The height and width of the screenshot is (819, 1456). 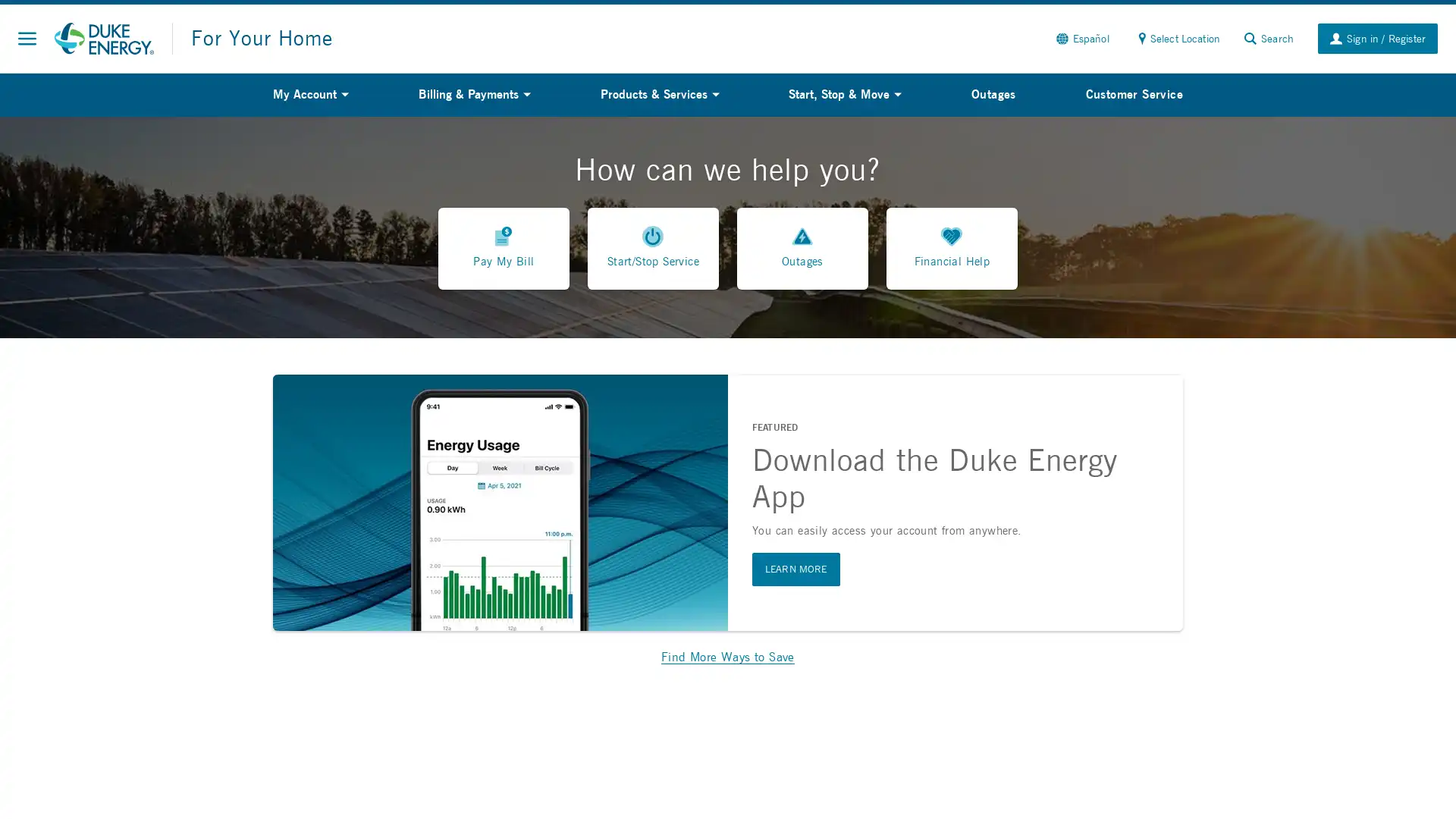 I want to click on Espanol, so click(x=1081, y=37).